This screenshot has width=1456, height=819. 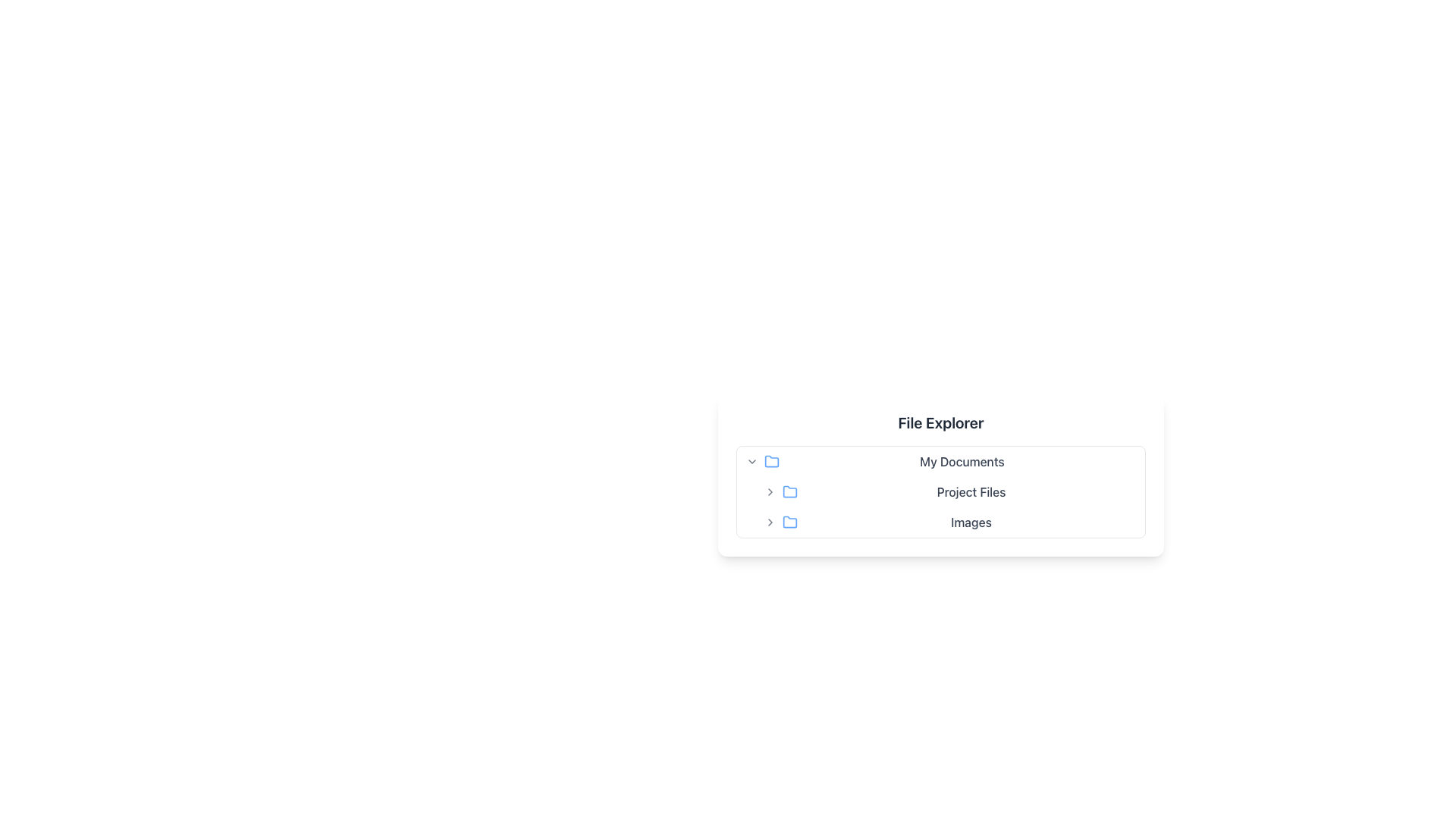 I want to click on the blue folder icon located to the left of the text 'Project Files' for visual feedback, so click(x=789, y=491).